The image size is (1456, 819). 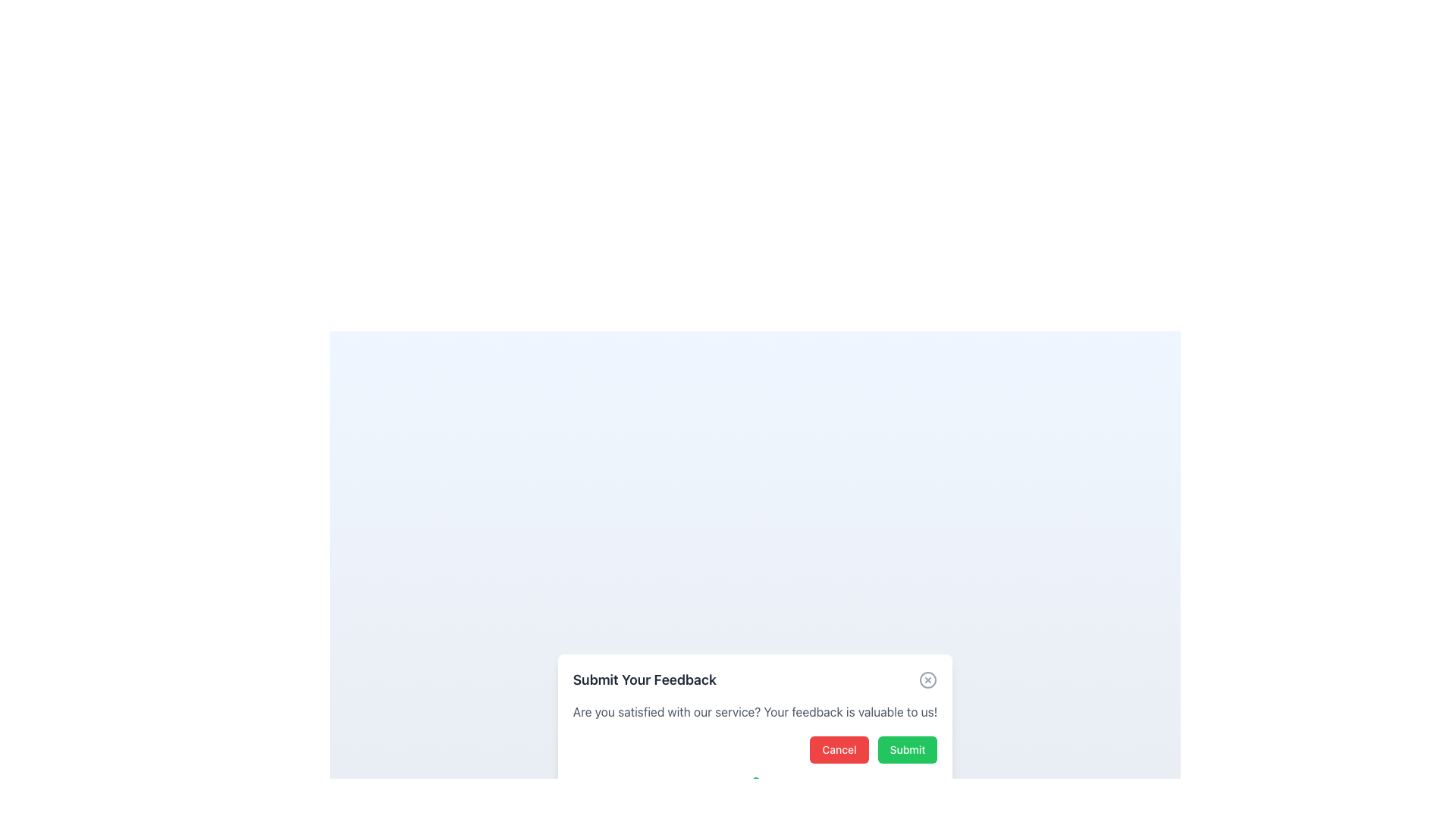 I want to click on the text content that invites users to provide feedback, located inside the feedback dialog box, below the 'Submit Your Feedback' title and above the 'Cancel' and 'Submit' buttons, so click(x=755, y=711).